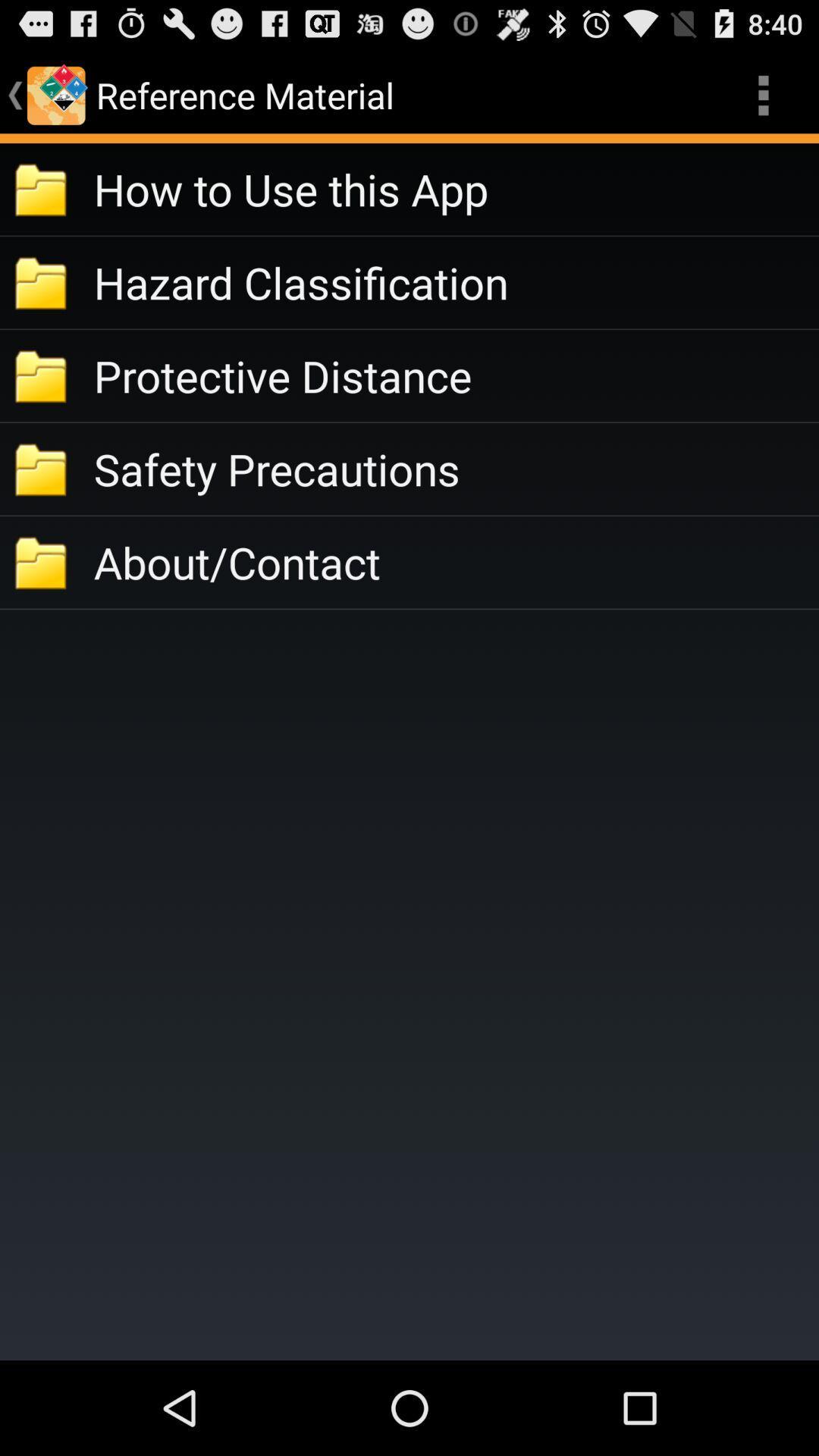 This screenshot has width=819, height=1456. I want to click on the item at the center, so click(455, 561).